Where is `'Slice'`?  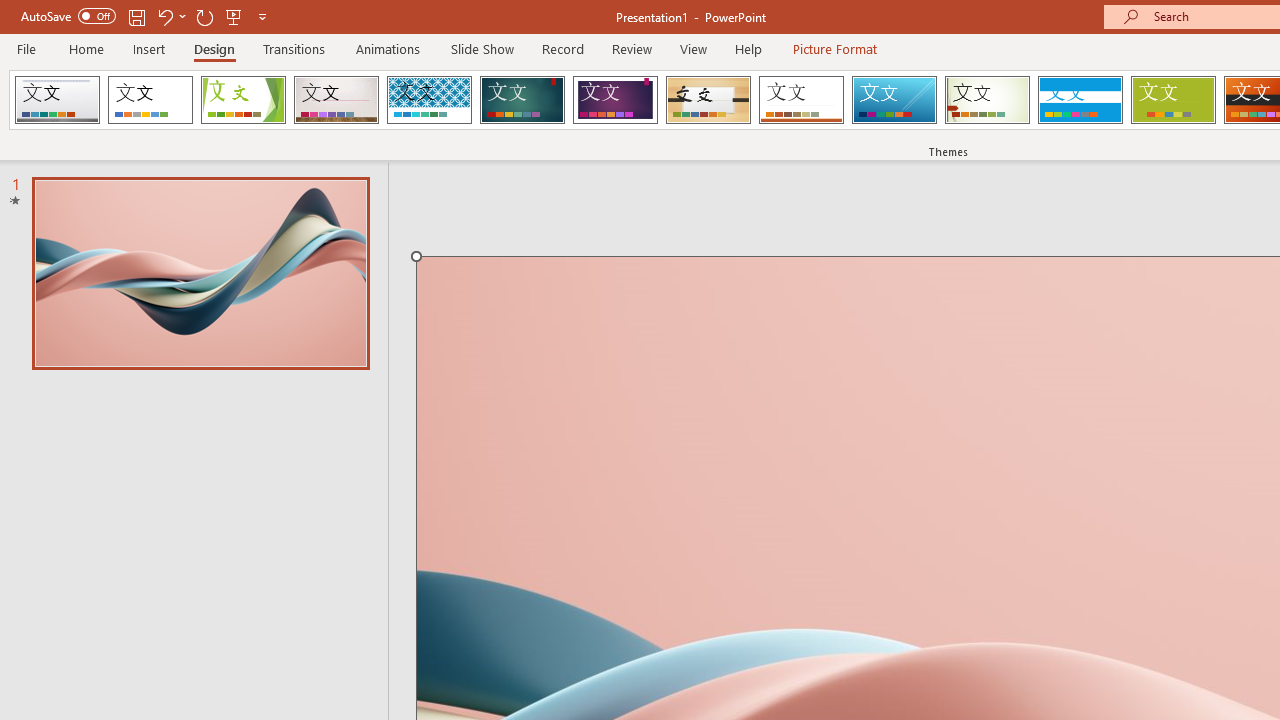
'Slice' is located at coordinates (893, 100).